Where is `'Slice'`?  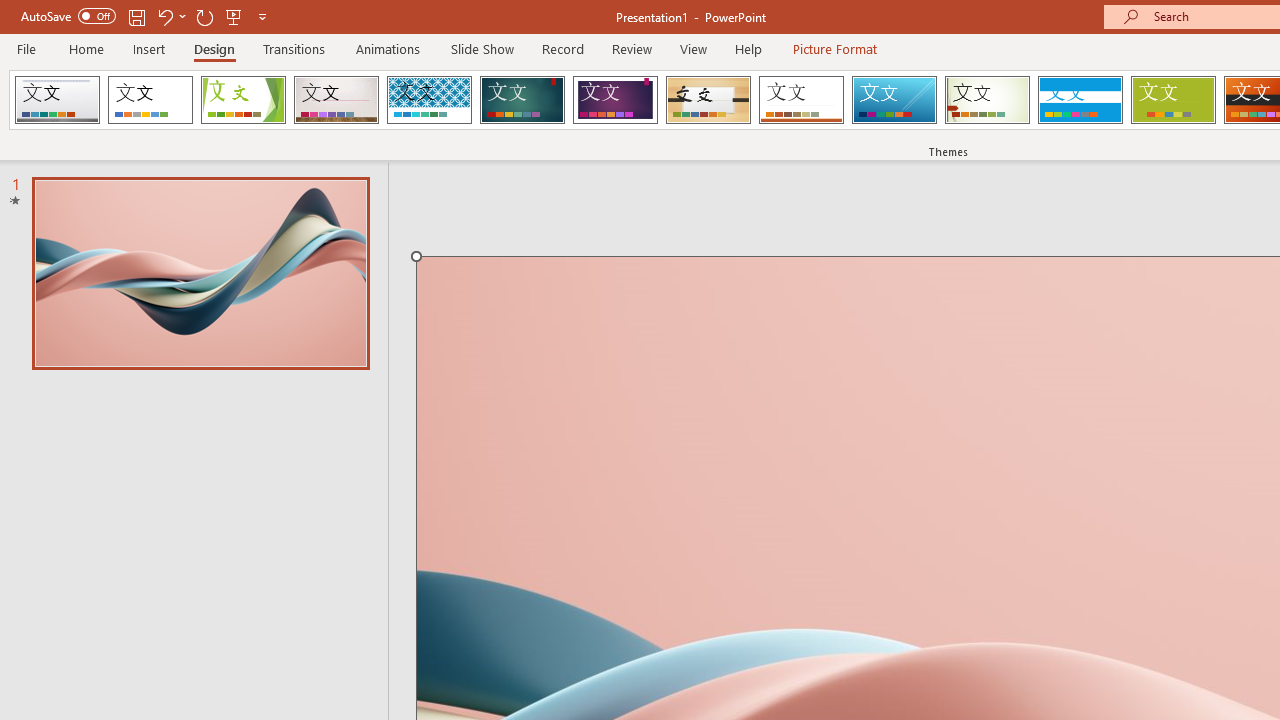
'Slice' is located at coordinates (893, 100).